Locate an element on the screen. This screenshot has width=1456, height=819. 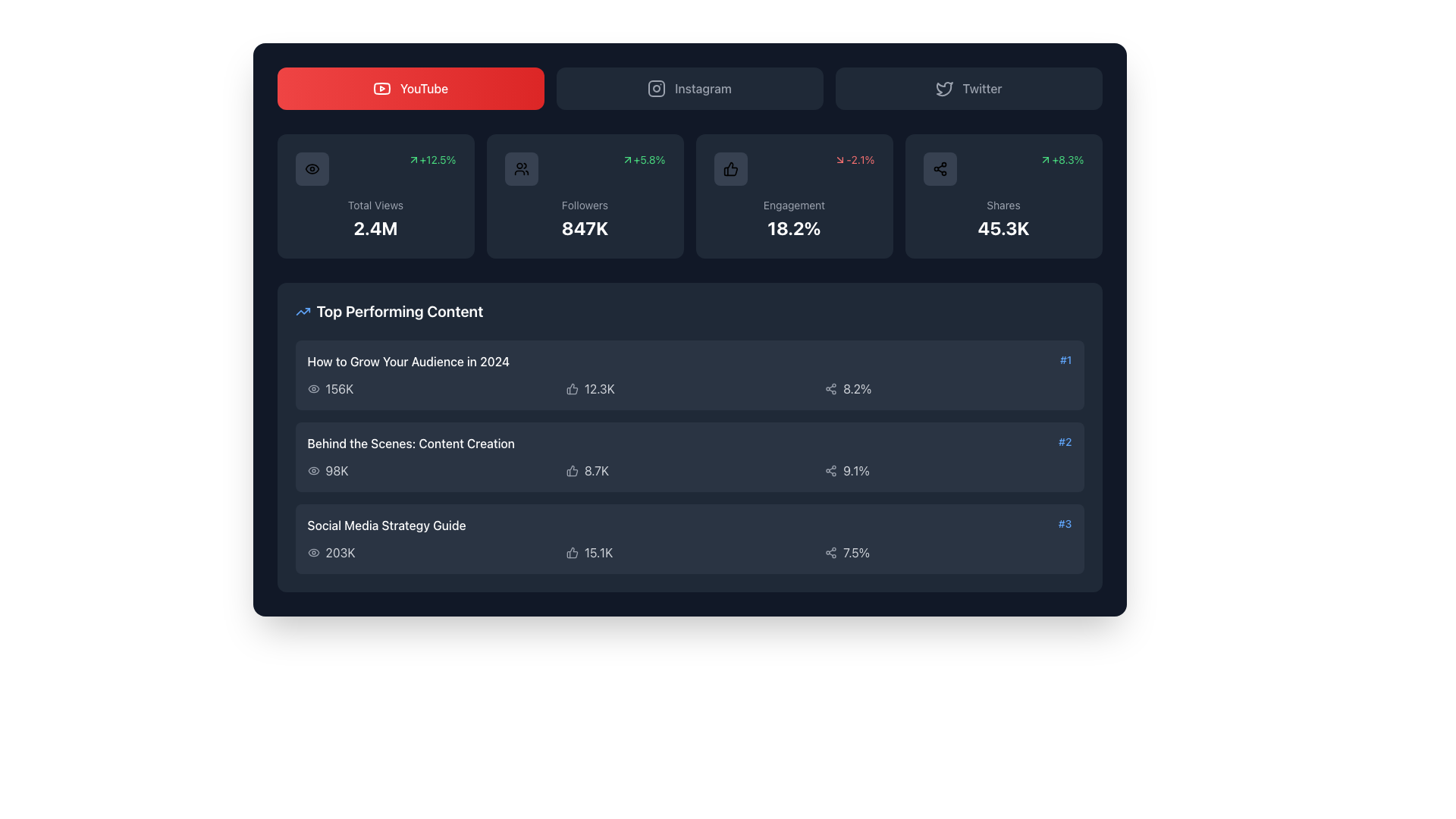
the green upward-pointing arrow icon and the text '+12.5%' that is adjacent to it, located within the box labeled 'Total Views' near its upper-right corner is located at coordinates (431, 160).